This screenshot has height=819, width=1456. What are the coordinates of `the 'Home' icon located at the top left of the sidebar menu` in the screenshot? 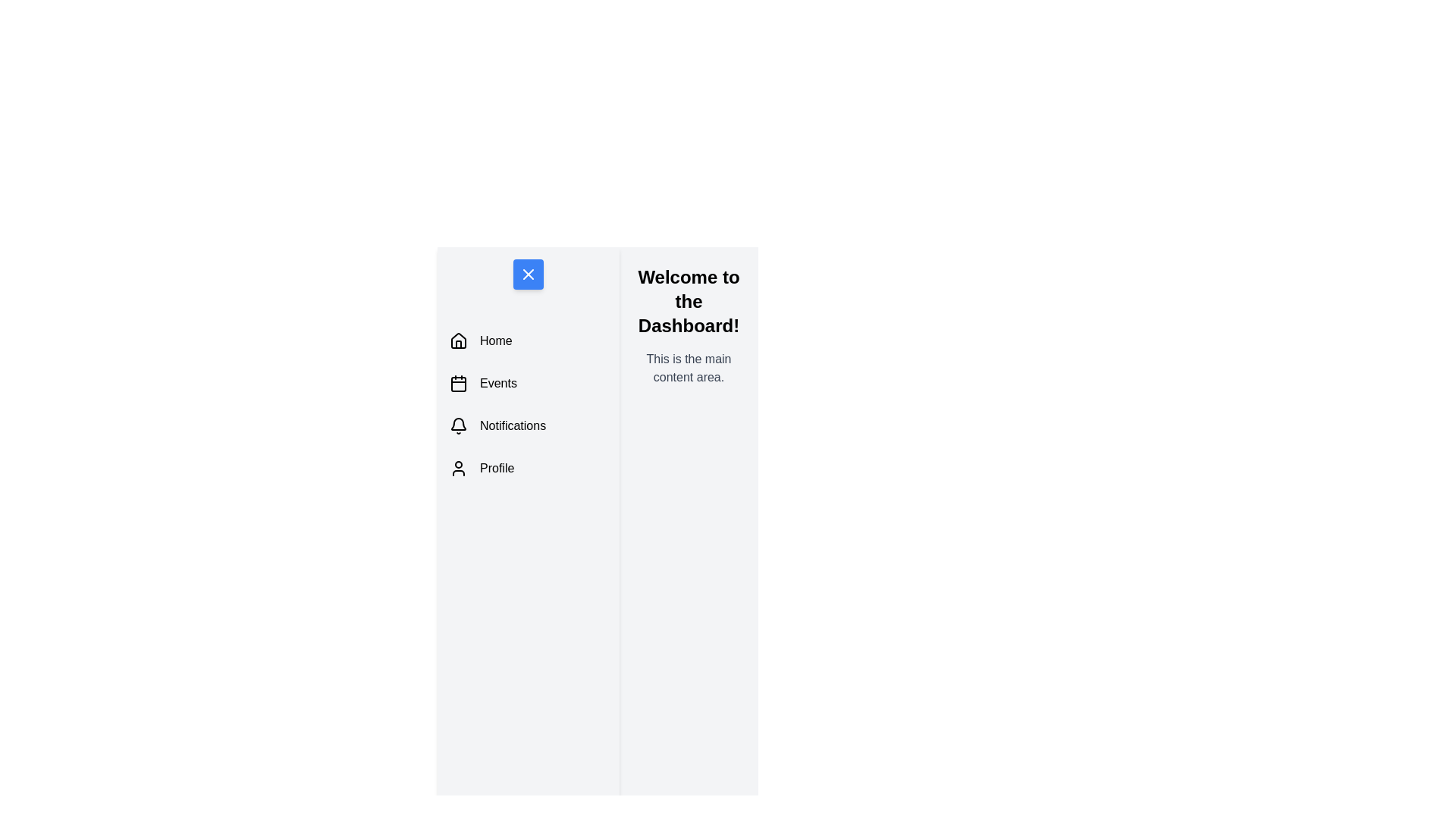 It's located at (457, 341).